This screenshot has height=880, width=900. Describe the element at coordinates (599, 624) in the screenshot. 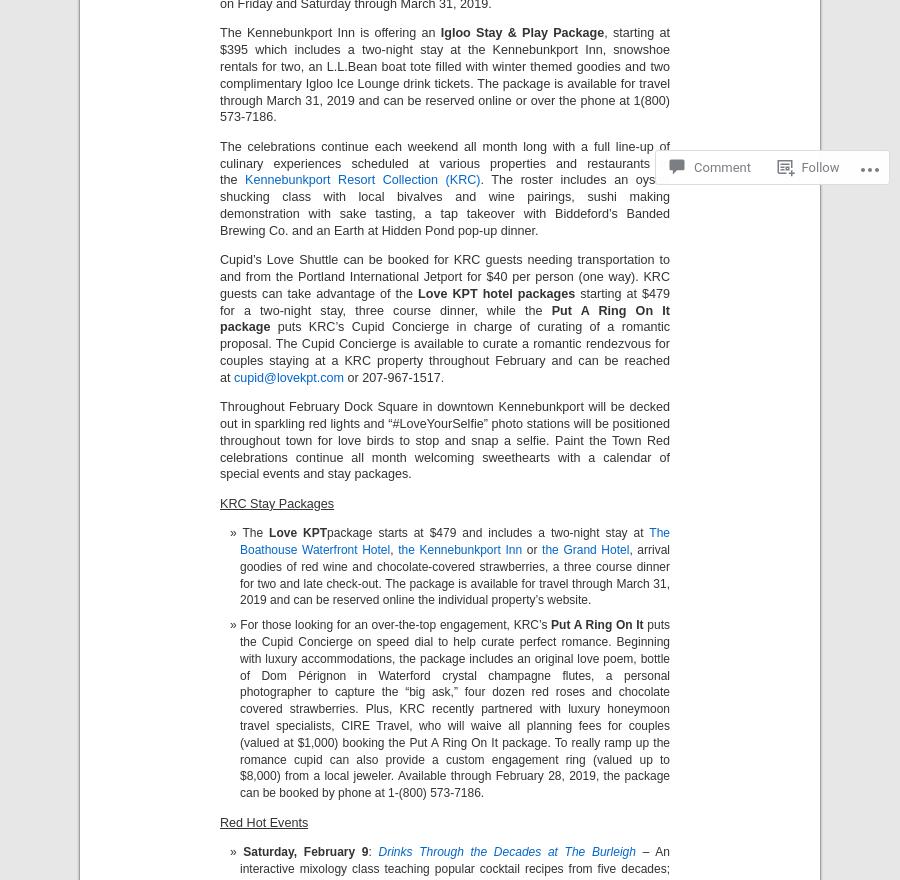

I see `'Put A Ring On It'` at that location.